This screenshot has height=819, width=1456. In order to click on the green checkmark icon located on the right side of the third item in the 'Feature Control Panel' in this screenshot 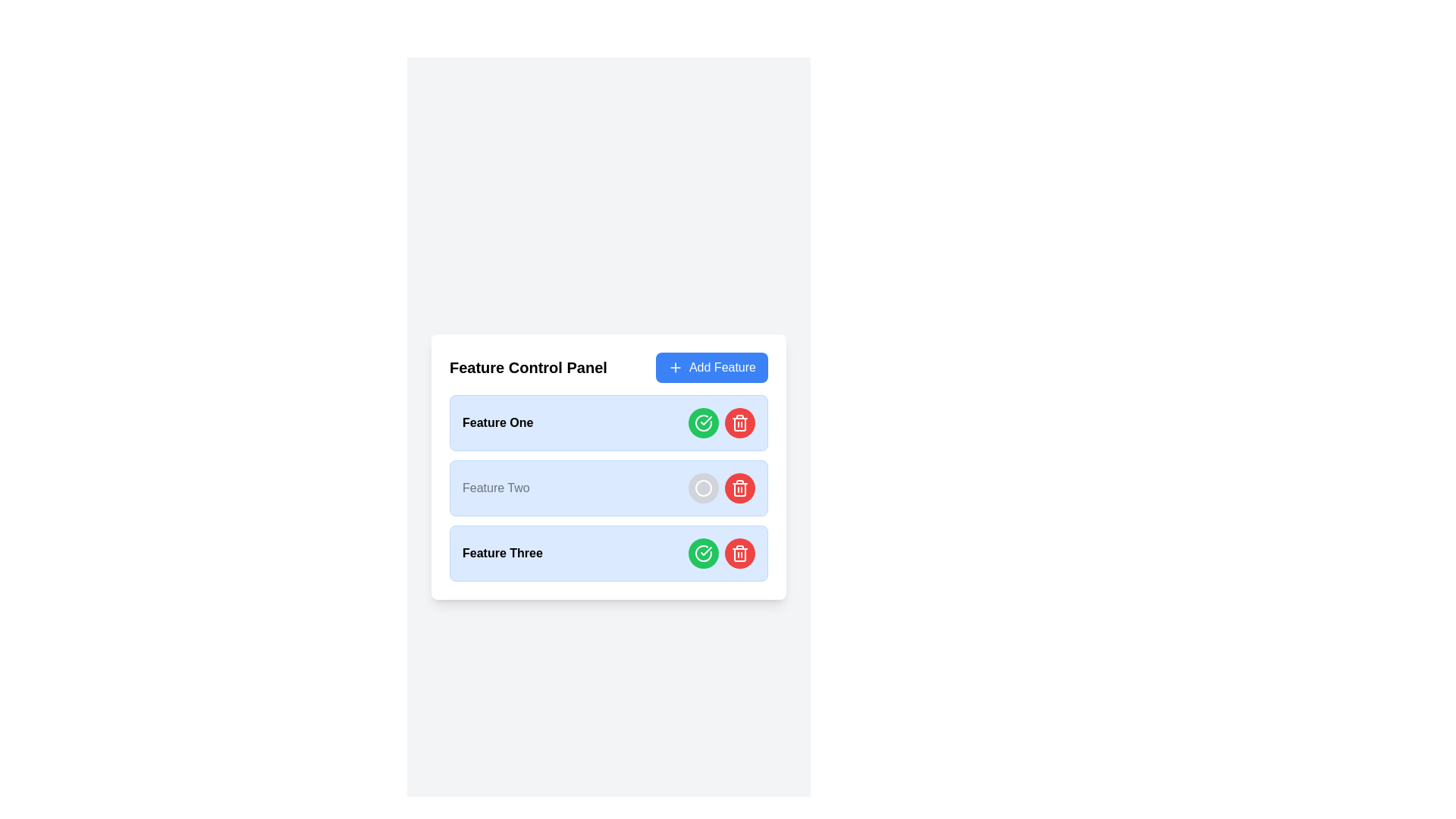, I will do `click(705, 551)`.